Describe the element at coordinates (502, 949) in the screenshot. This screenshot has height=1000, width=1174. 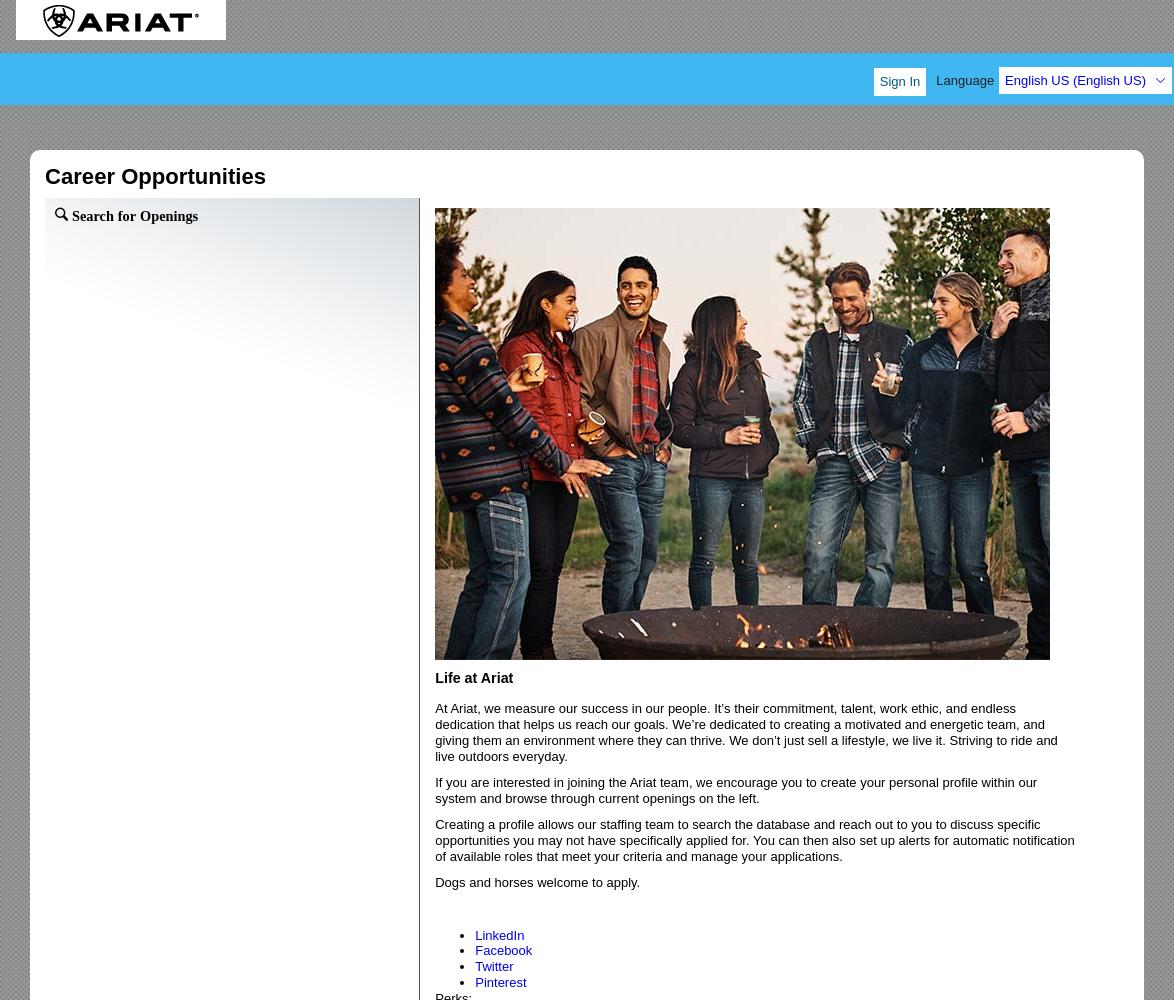
I see `'Facebook'` at that location.